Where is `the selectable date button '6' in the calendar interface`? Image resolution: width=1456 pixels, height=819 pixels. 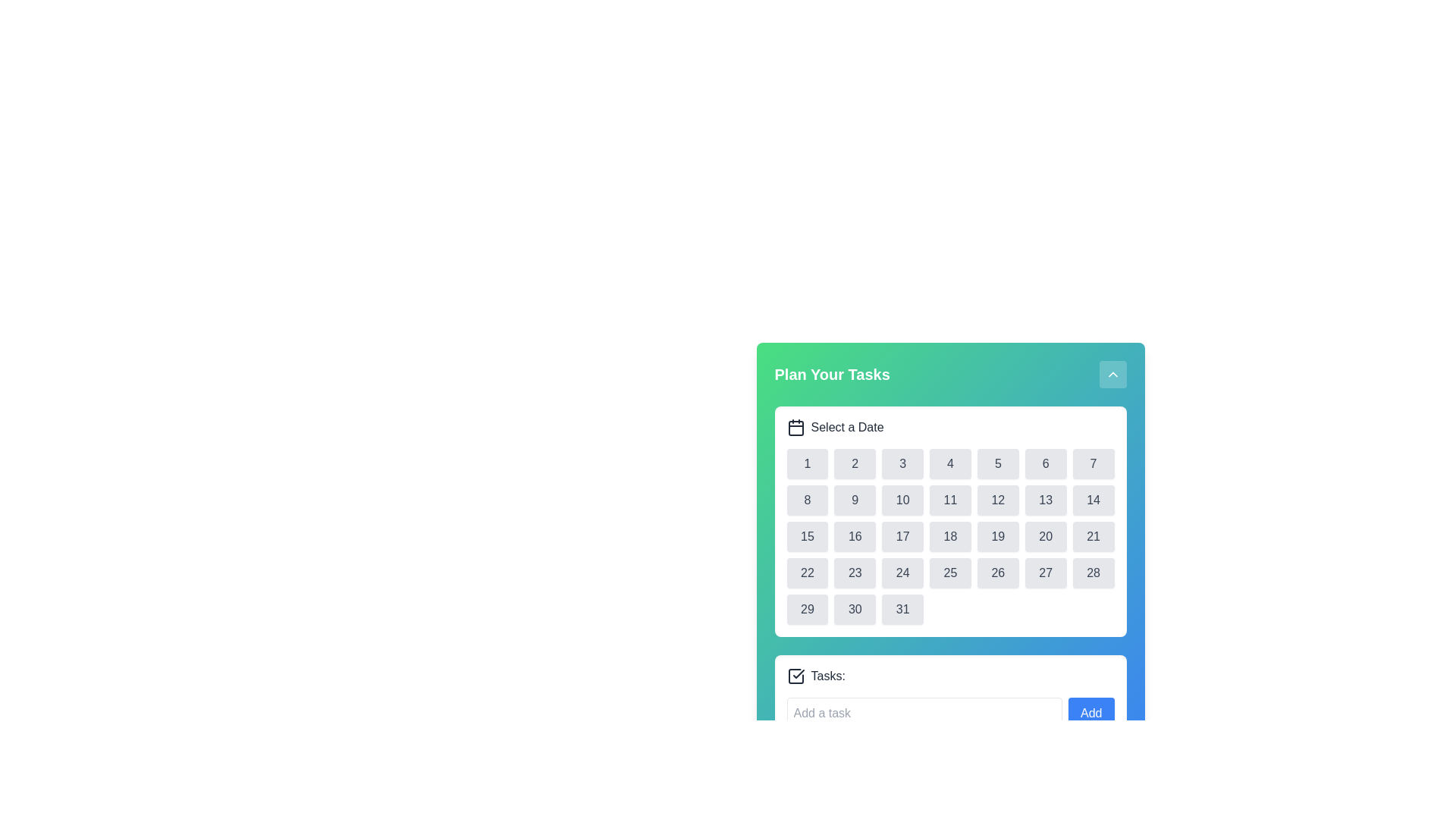
the selectable date button '6' in the calendar interface is located at coordinates (1045, 463).